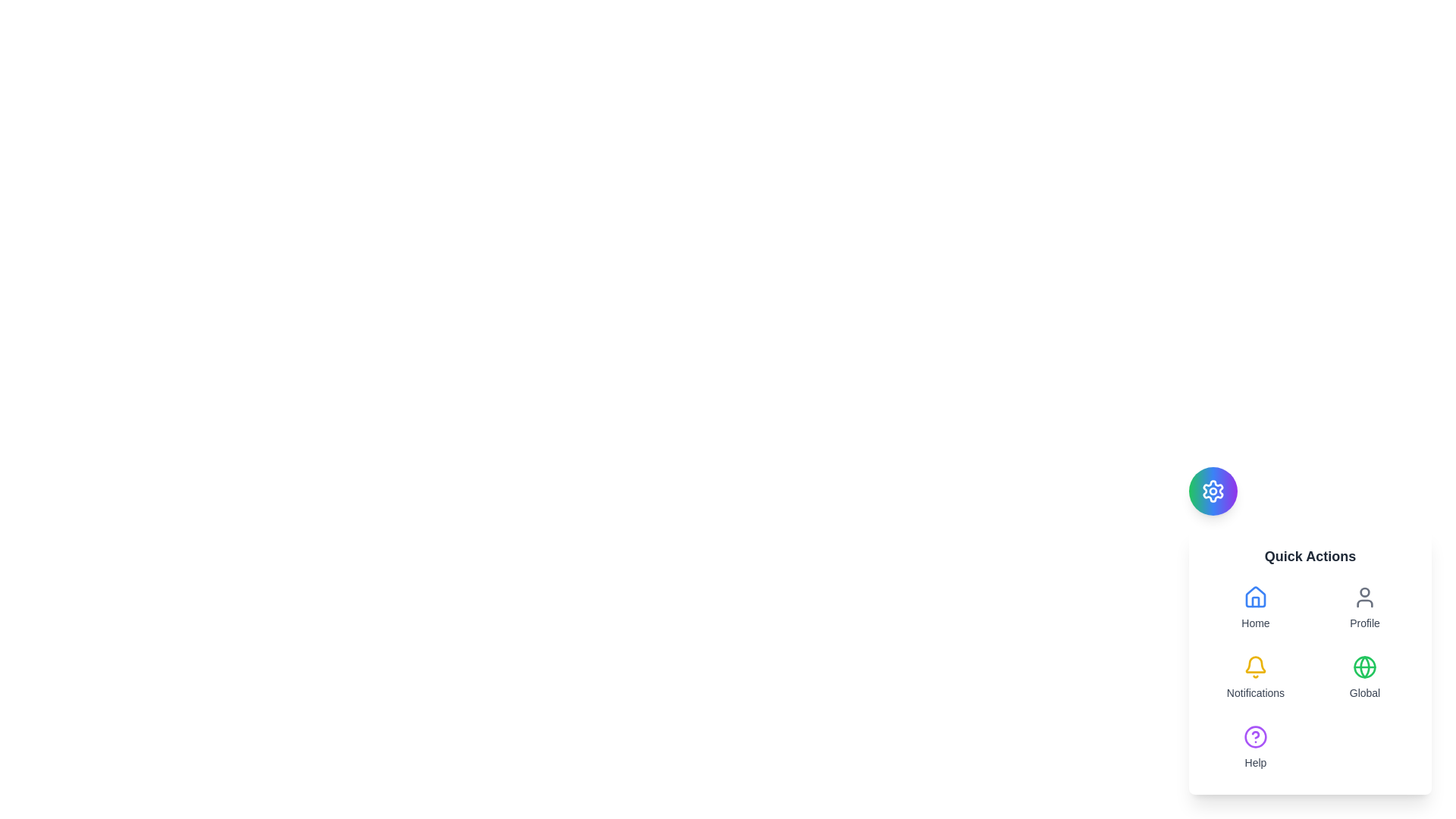  Describe the element at coordinates (1256, 693) in the screenshot. I see `the 'Notifications' static text label, which is styled in a small gray font and located beneath a yellow notification bell icon in the quick access menu` at that location.